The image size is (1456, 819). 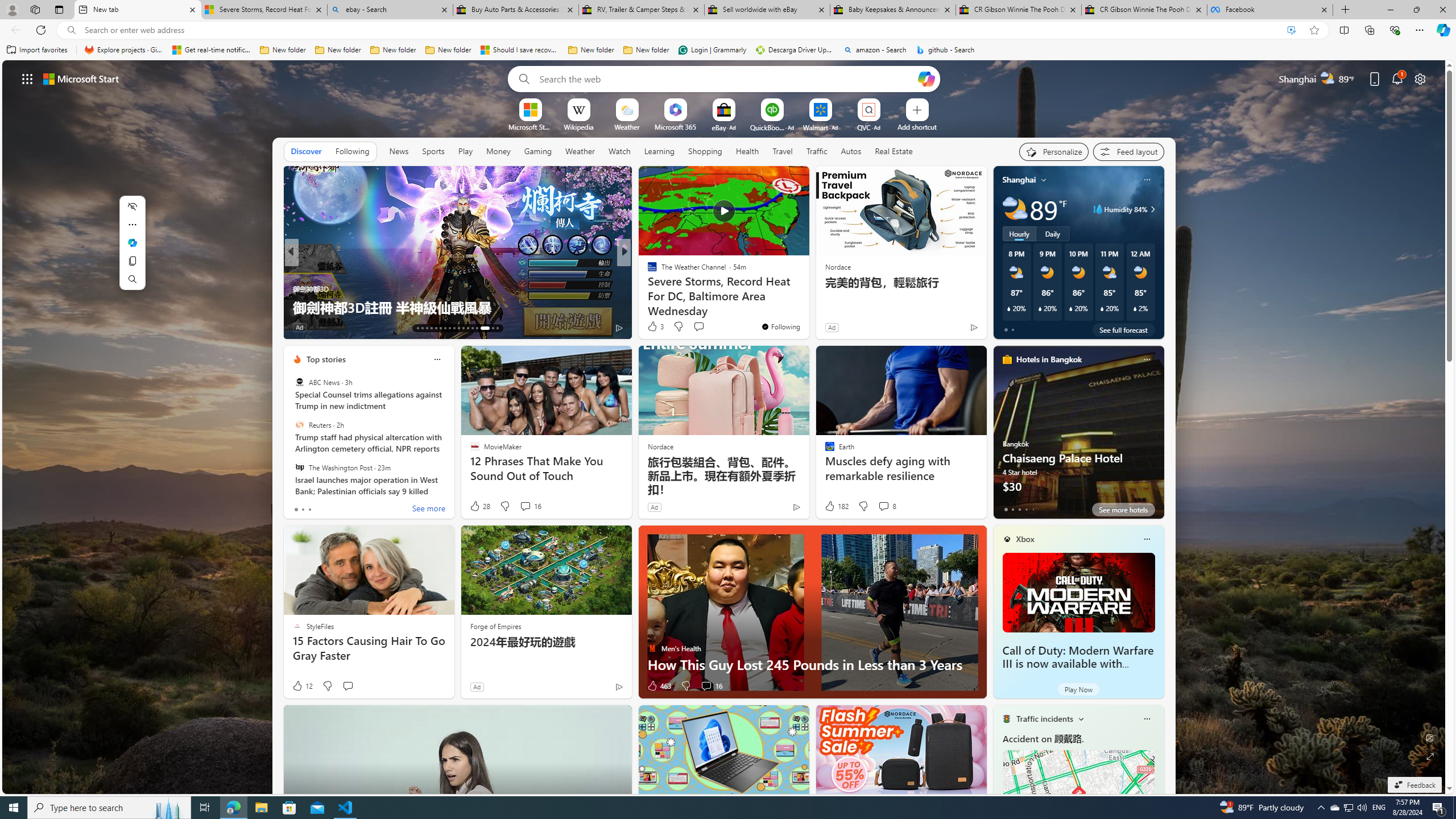 What do you see at coordinates (1015, 209) in the screenshot?
I see `'Partly cloudy'` at bounding box center [1015, 209].